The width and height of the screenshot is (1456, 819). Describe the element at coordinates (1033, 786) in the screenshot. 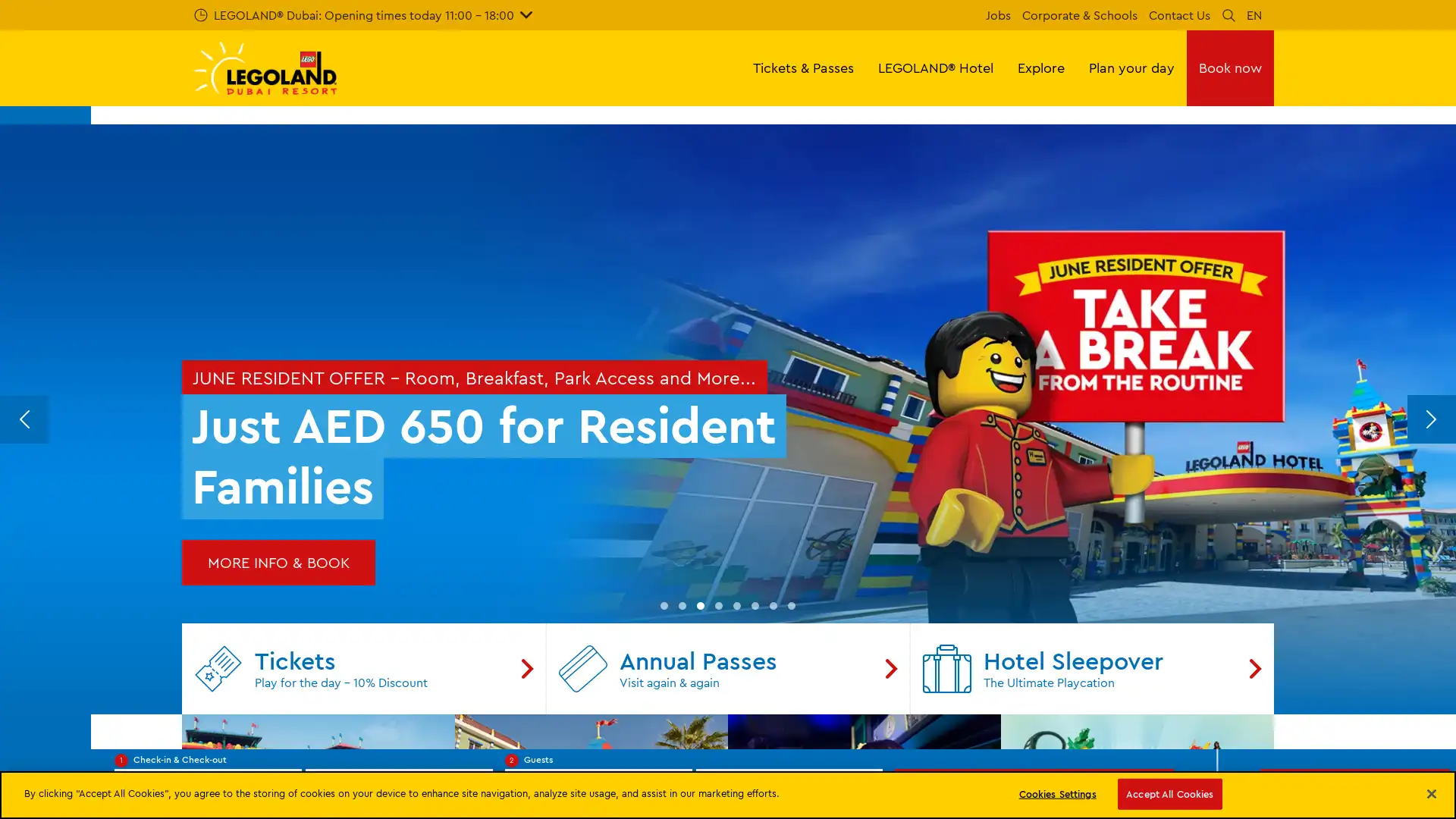

I see `Search` at that location.